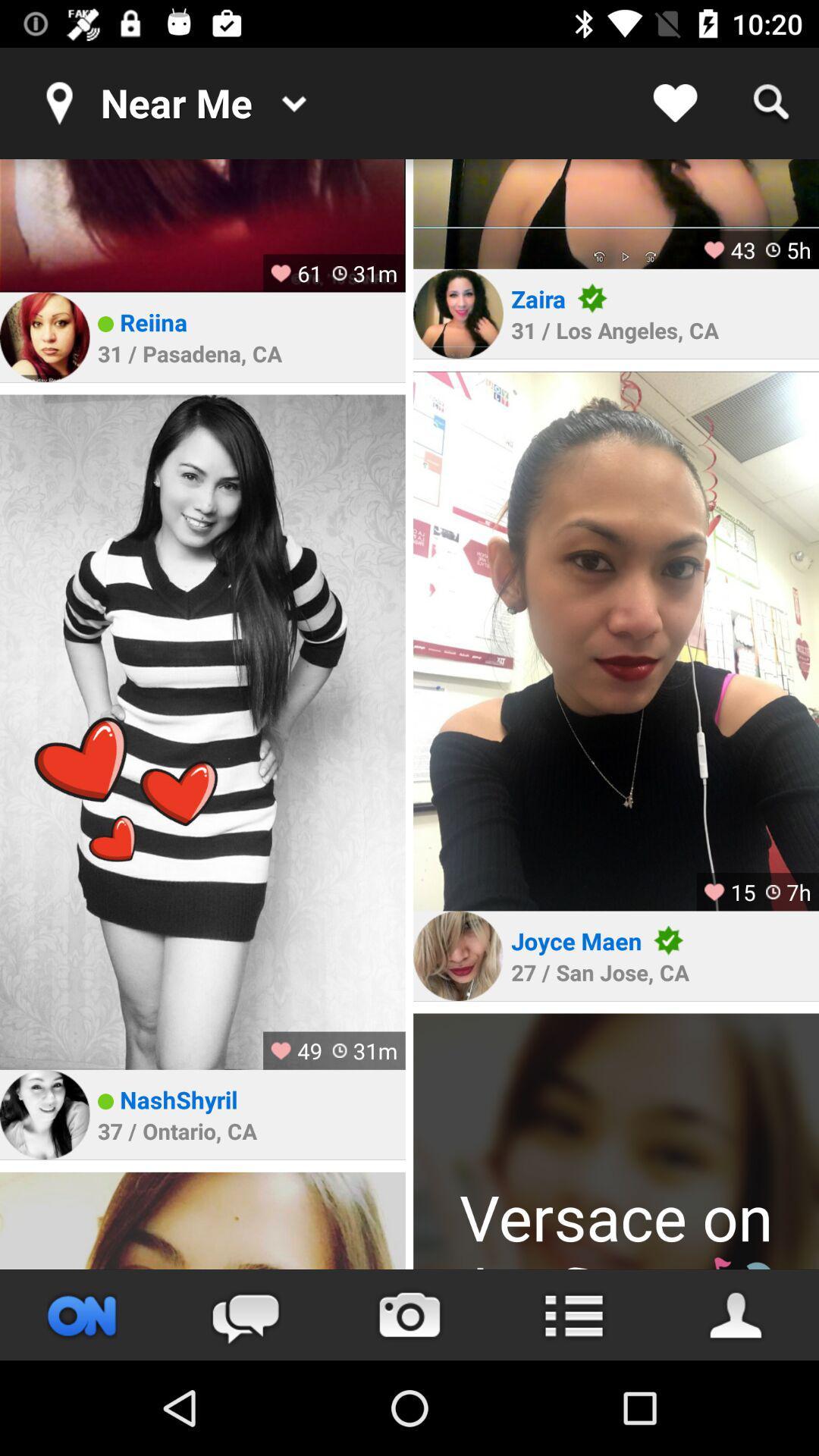  Describe the element at coordinates (573, 1314) in the screenshot. I see `the list icon` at that location.